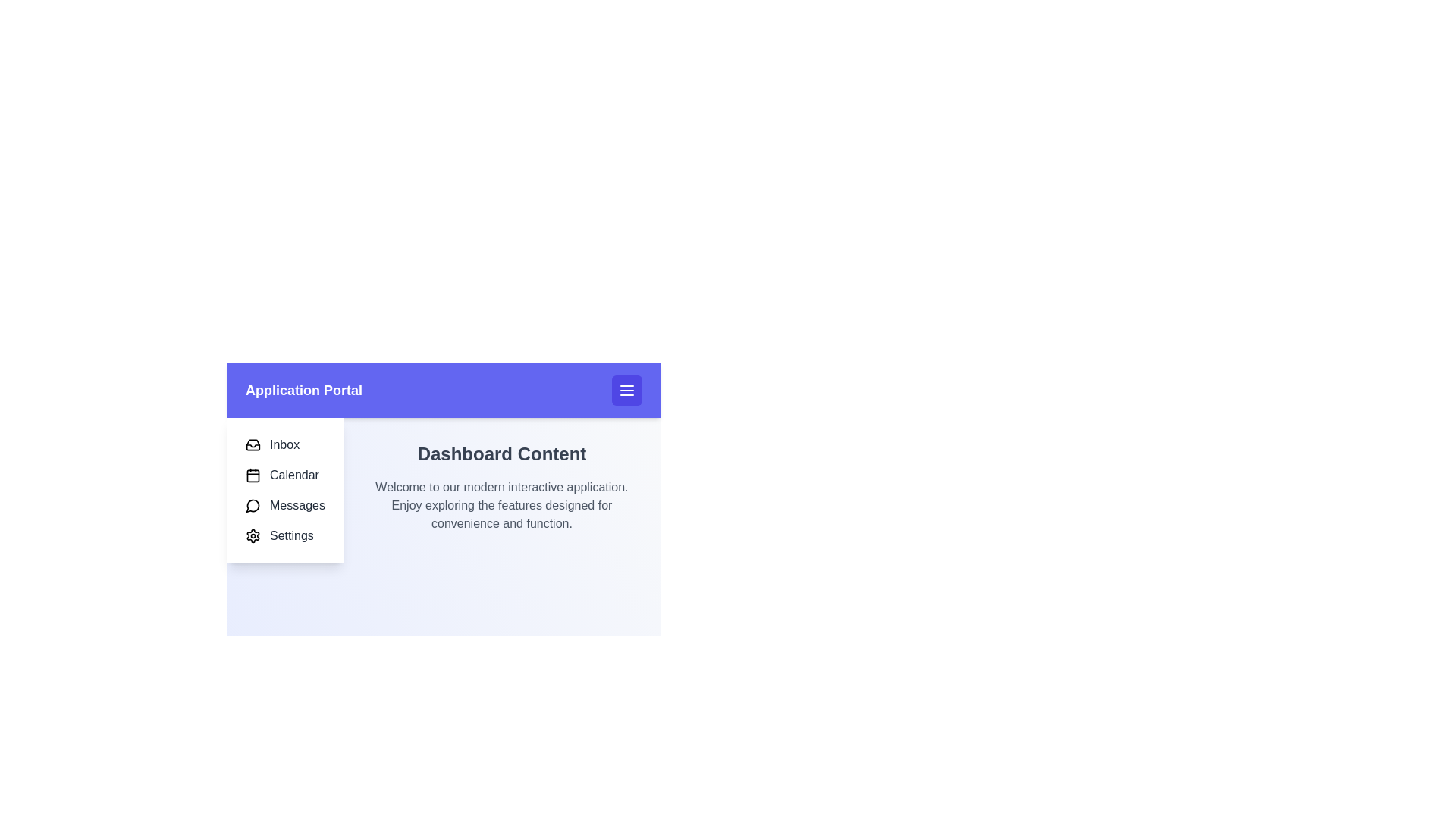 Image resolution: width=1456 pixels, height=819 pixels. I want to click on 'Inbox' text label located in the vertical navigation bar on the left side of the interface, positioned below the 'Application Portal' section and following the inbox icon, so click(284, 444).